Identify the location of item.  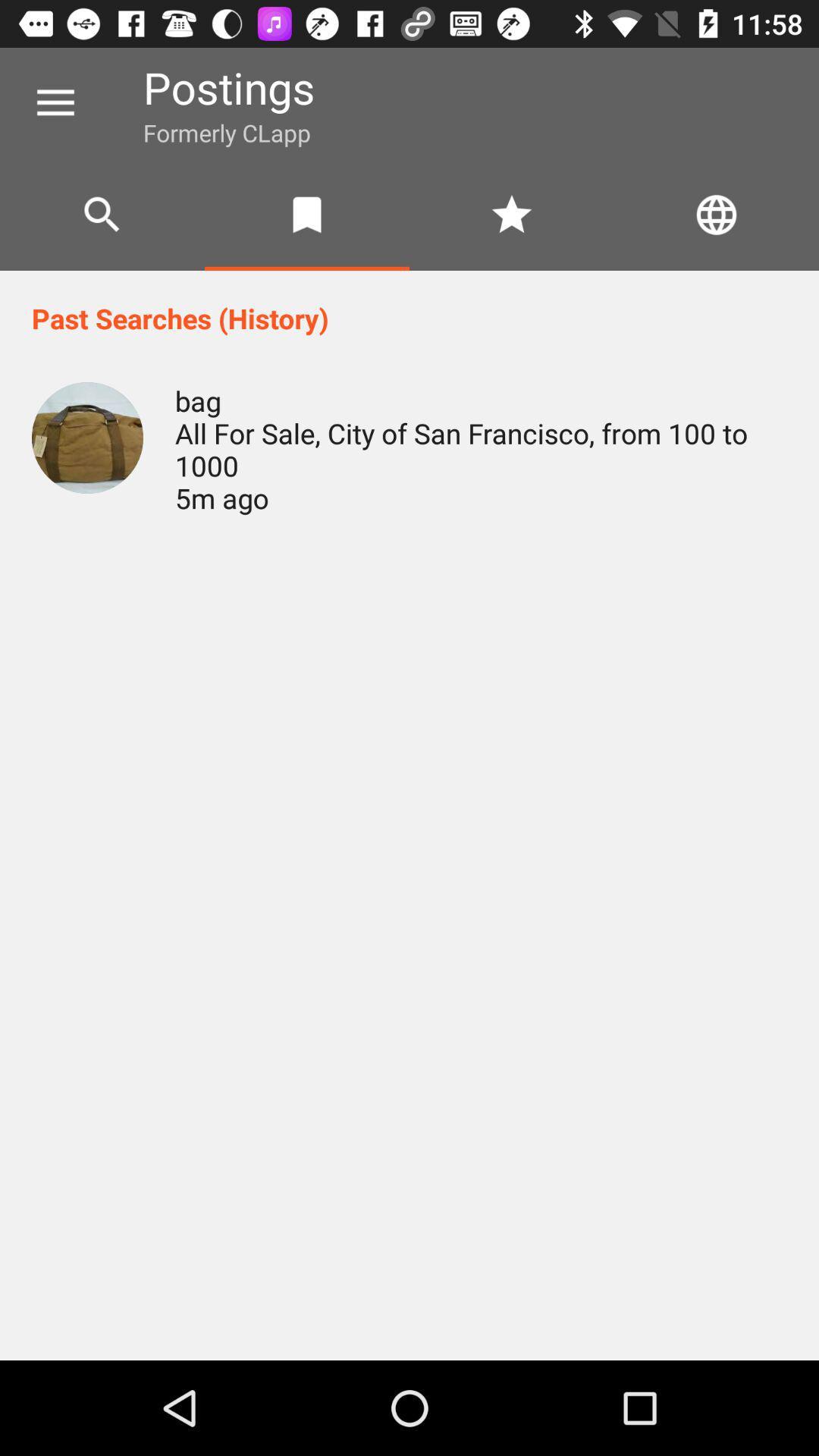
(87, 437).